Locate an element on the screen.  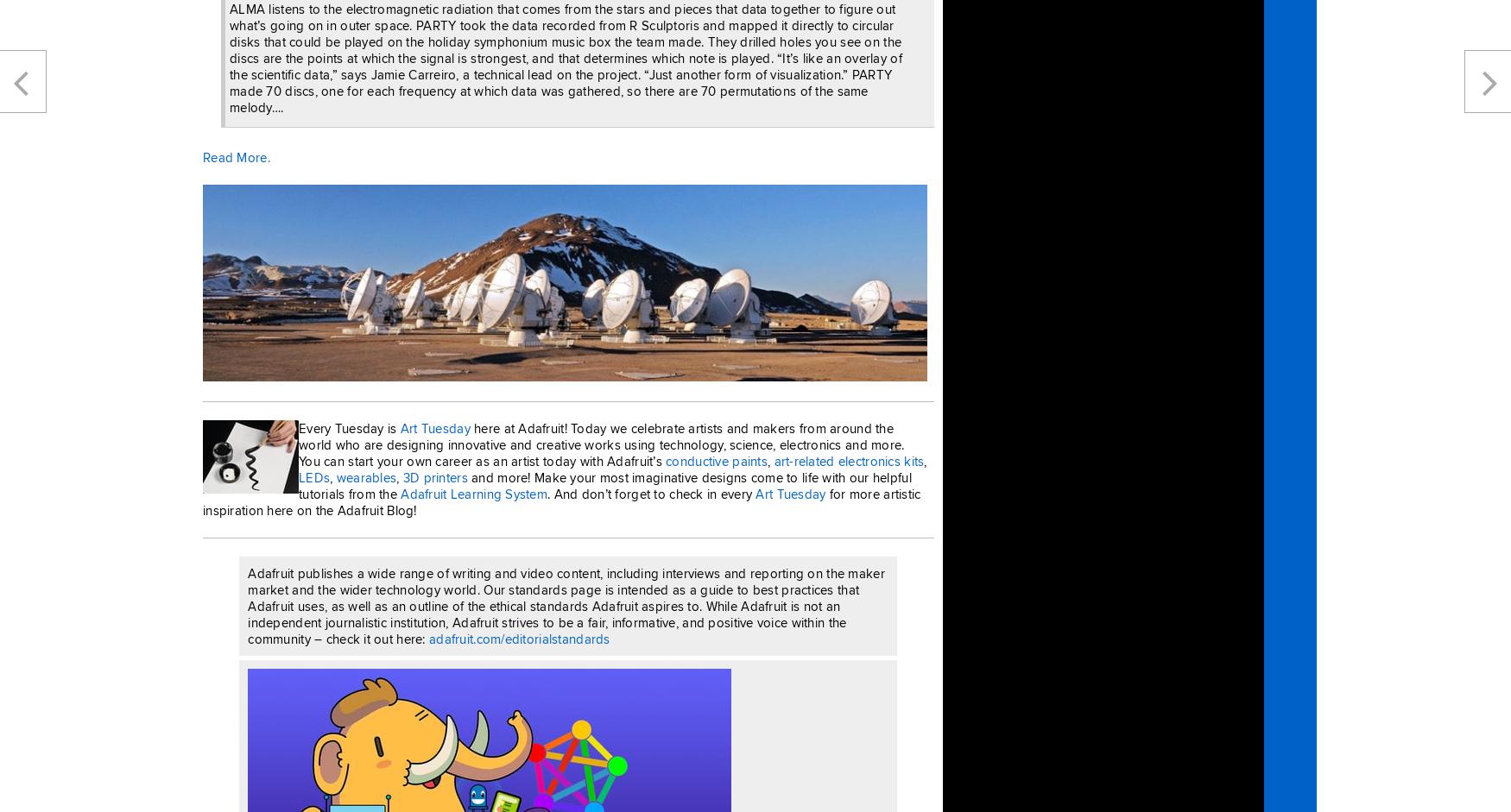
'Adafruit Learning System' is located at coordinates (472, 492).